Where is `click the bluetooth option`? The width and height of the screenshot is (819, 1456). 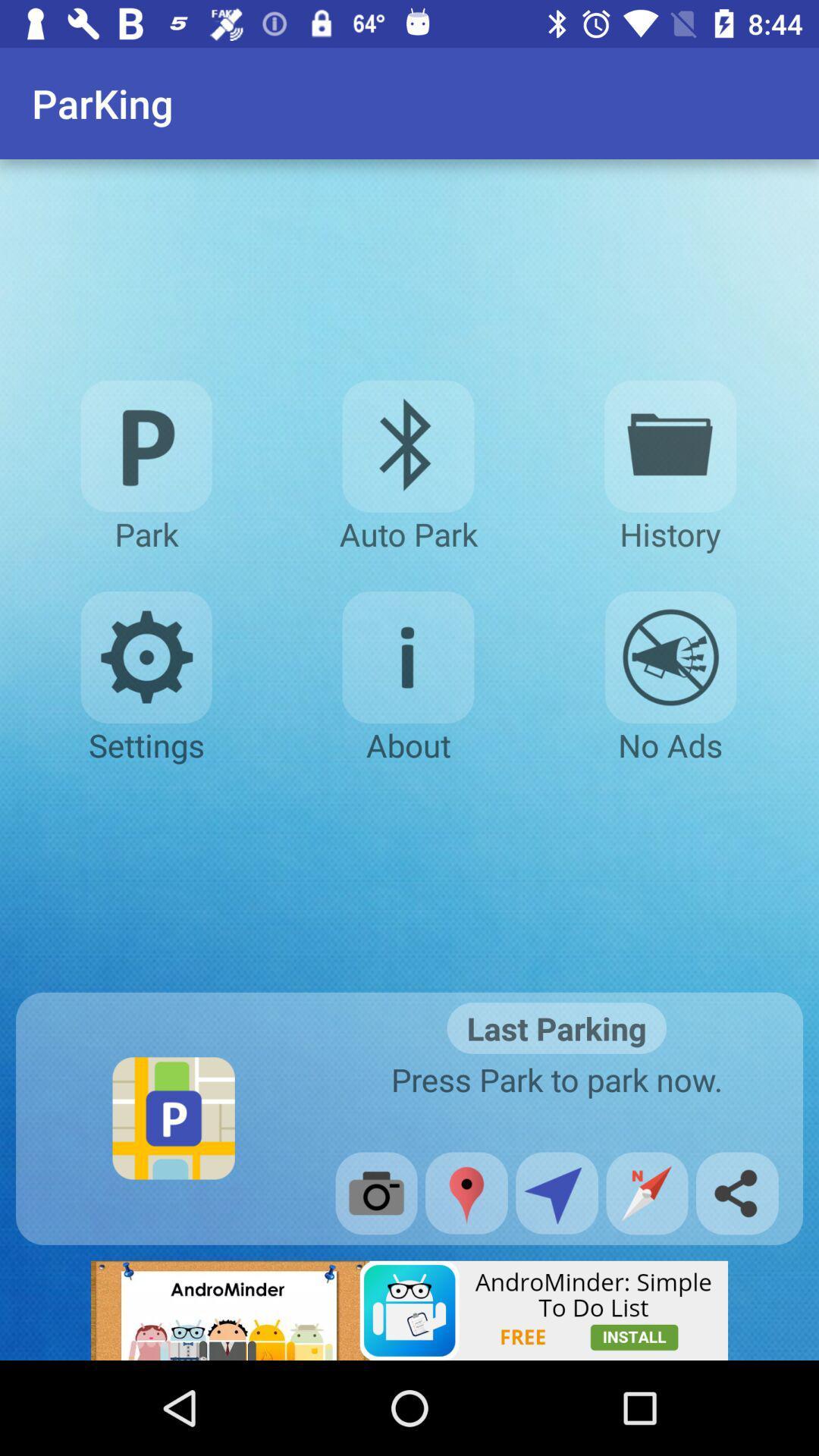
click the bluetooth option is located at coordinates (407, 445).